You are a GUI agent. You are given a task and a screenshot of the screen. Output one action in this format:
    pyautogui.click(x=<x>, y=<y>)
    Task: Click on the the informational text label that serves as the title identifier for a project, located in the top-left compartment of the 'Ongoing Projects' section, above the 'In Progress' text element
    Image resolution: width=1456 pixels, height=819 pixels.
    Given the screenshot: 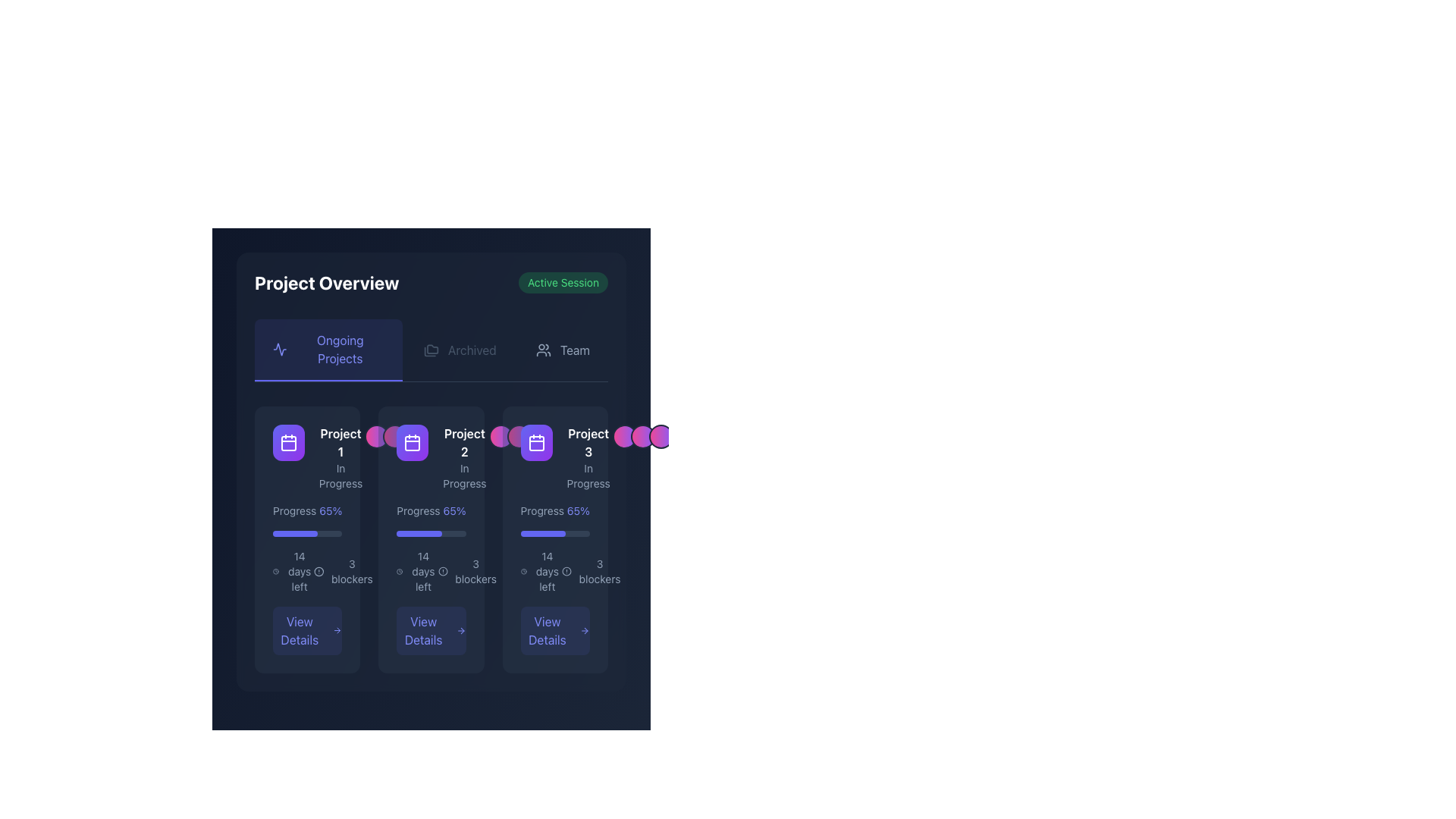 What is the action you would take?
    pyautogui.click(x=340, y=442)
    